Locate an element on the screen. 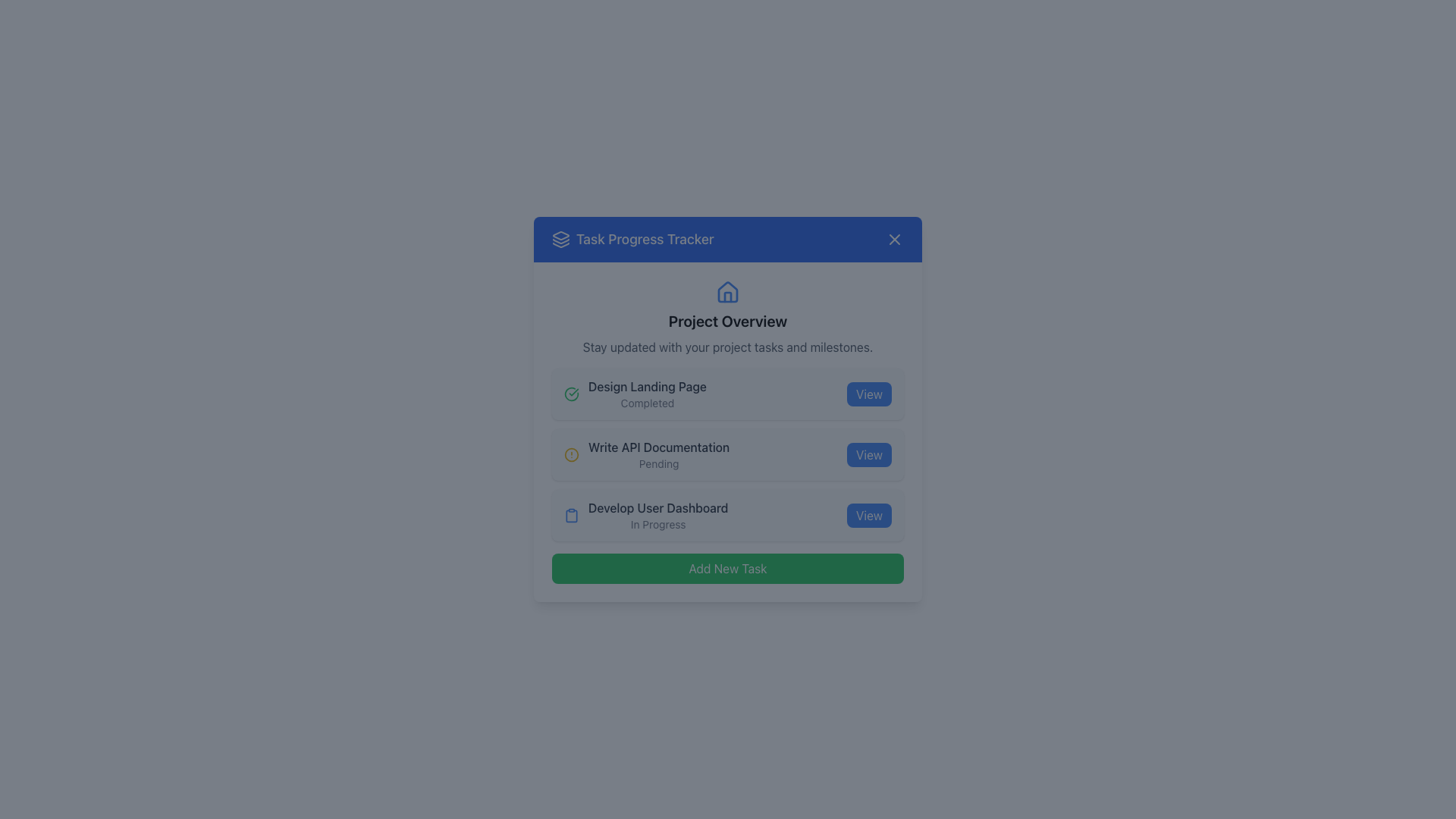 The width and height of the screenshot is (1456, 819). the visual indicator icon representing the task 'Develop User Dashboard' located to the left of the text 'Develop User Dashboard' and 'In Progress' in the 'Task Progress Tracker' modal interface is located at coordinates (570, 514).